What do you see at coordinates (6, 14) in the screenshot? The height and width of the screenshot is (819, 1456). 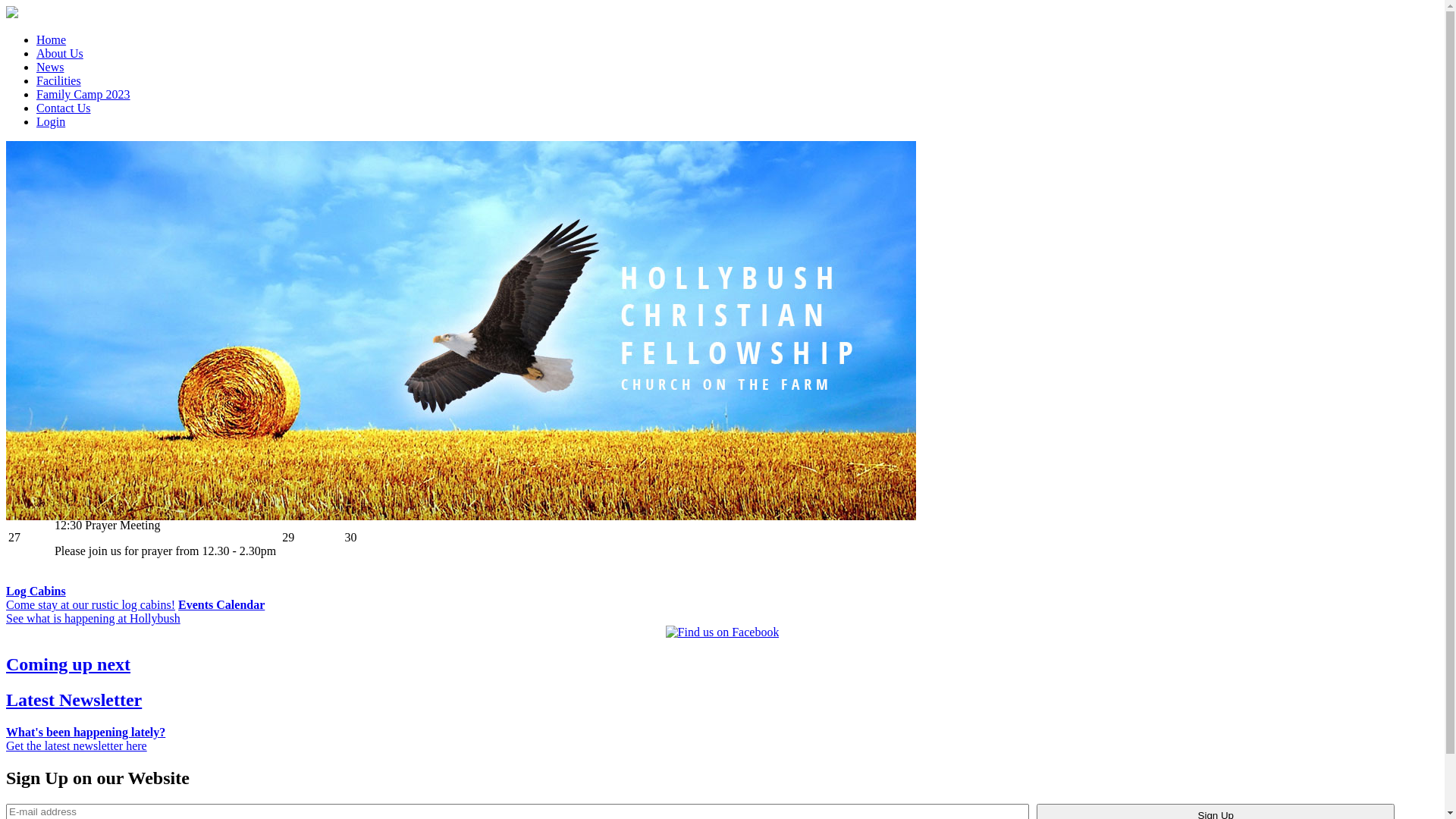 I see `'Hollybush Christian Fellowship'` at bounding box center [6, 14].